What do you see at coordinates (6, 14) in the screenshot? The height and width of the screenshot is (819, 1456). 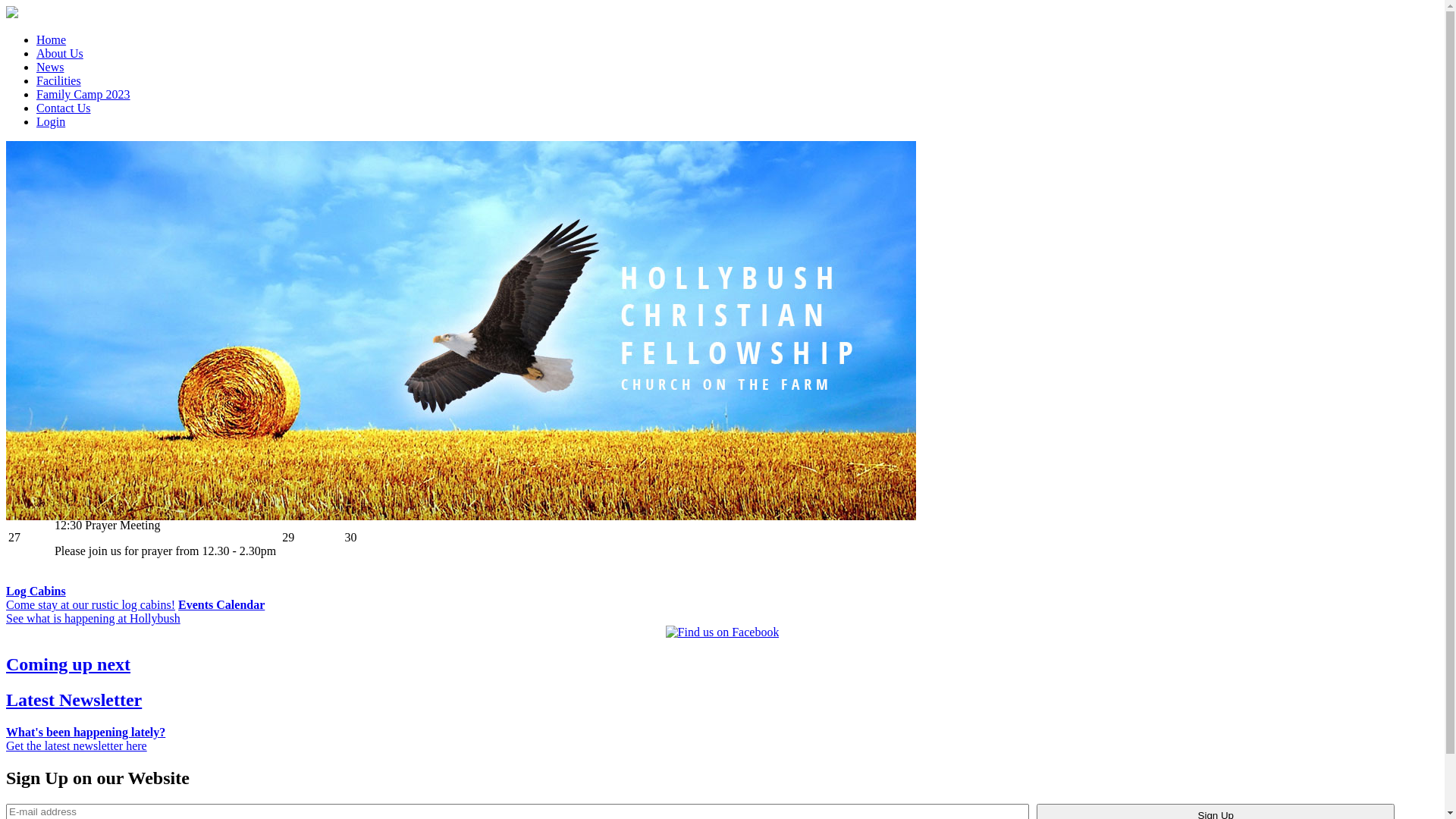 I see `'Hollybush Christian Fellowship'` at bounding box center [6, 14].